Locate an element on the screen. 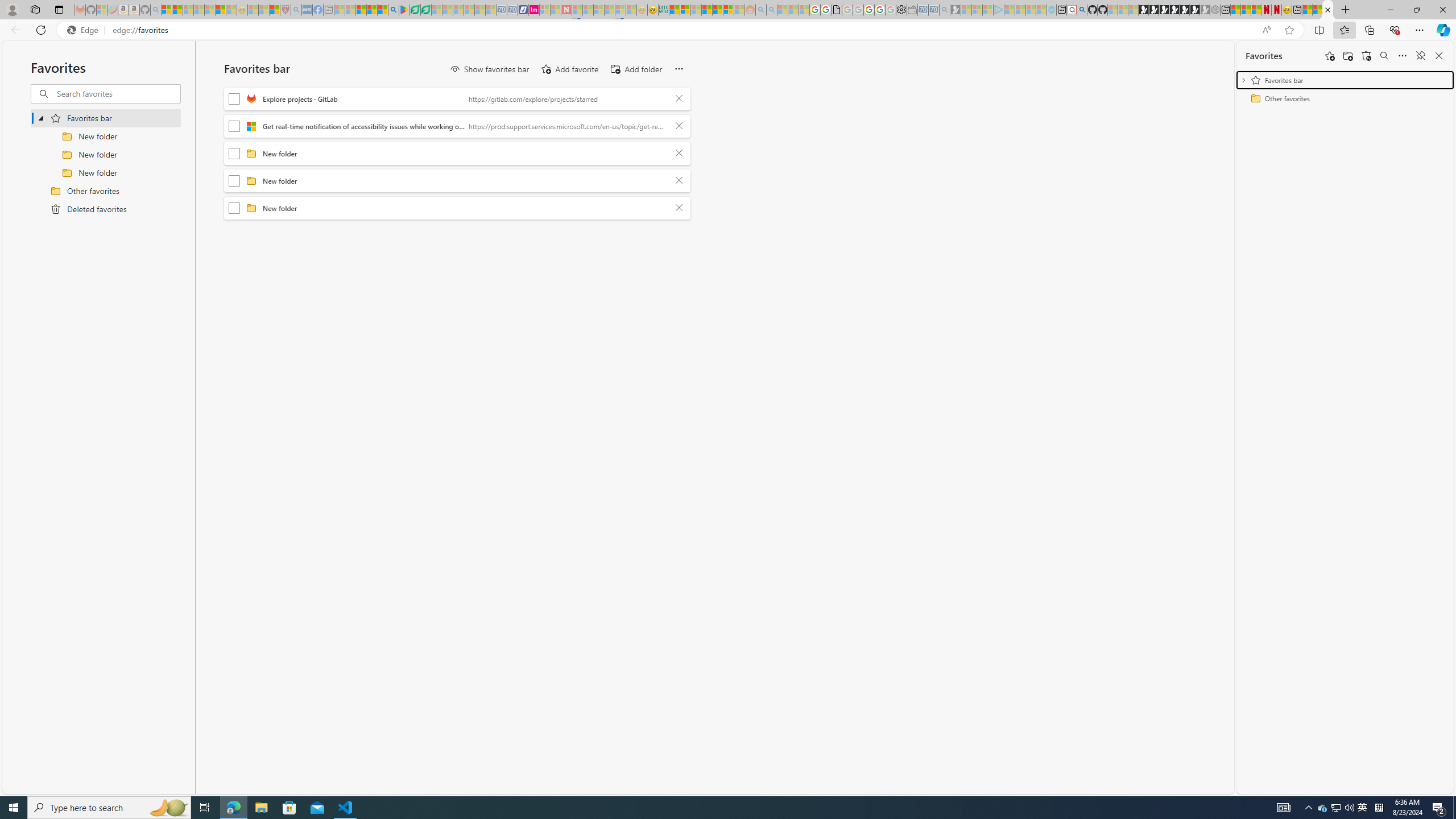 The height and width of the screenshot is (819, 1456). 'Wildlife - MSN' is located at coordinates (1307, 9).